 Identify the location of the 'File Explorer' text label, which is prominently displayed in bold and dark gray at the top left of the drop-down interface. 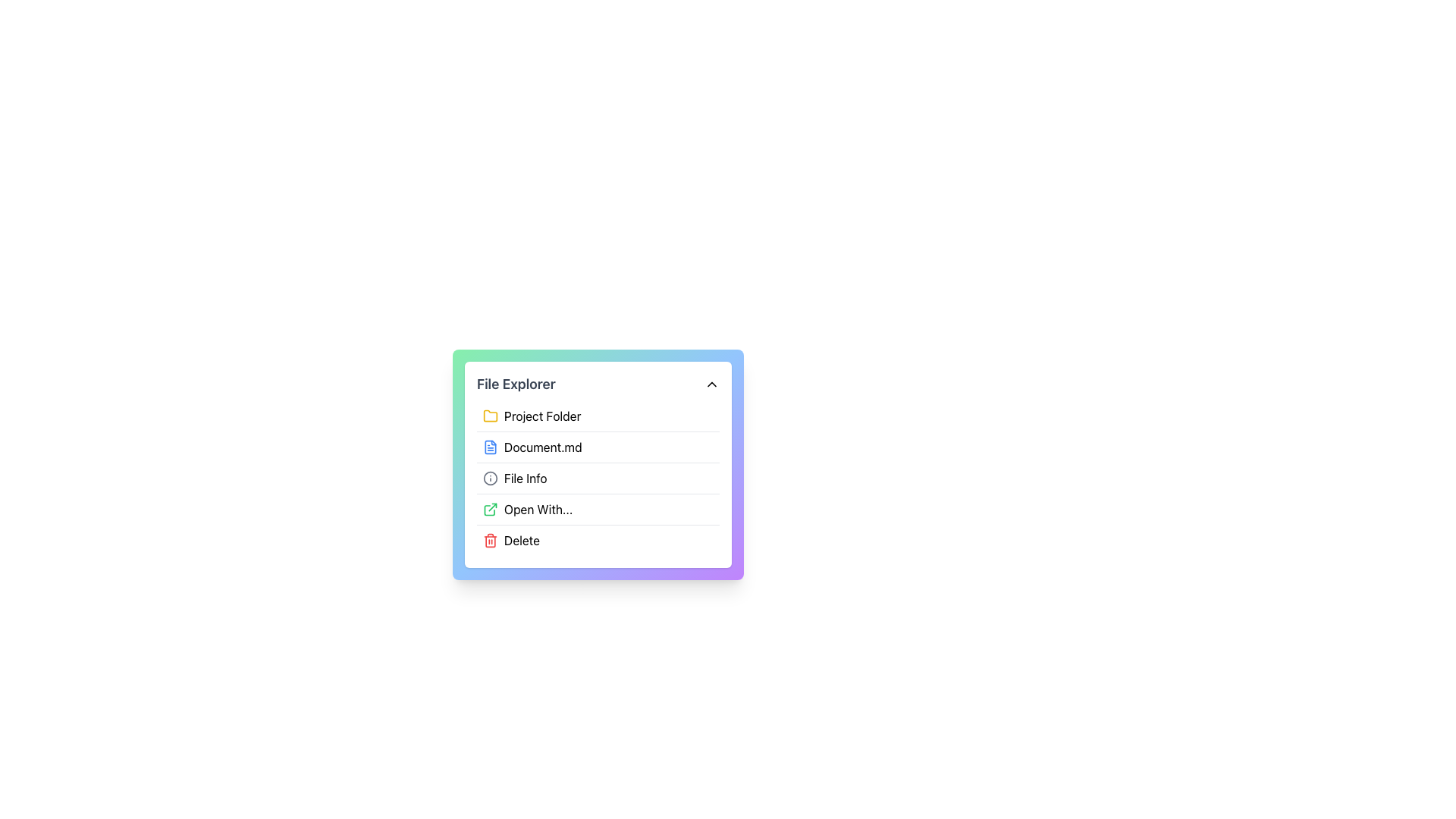
(516, 383).